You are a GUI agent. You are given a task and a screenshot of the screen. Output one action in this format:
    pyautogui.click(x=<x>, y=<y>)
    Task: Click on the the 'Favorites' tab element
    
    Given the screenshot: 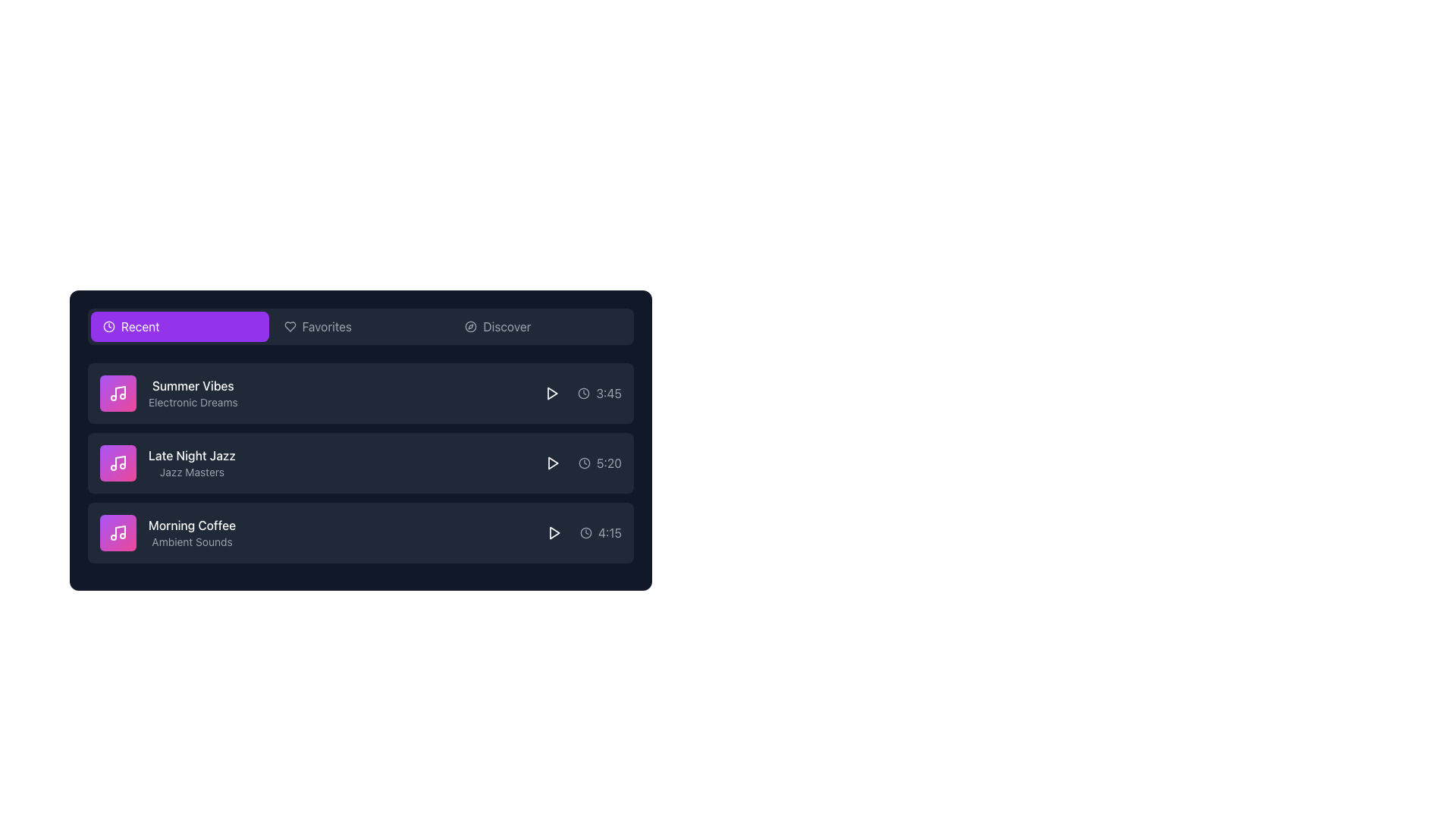 What is the action you would take?
    pyautogui.click(x=359, y=326)
    